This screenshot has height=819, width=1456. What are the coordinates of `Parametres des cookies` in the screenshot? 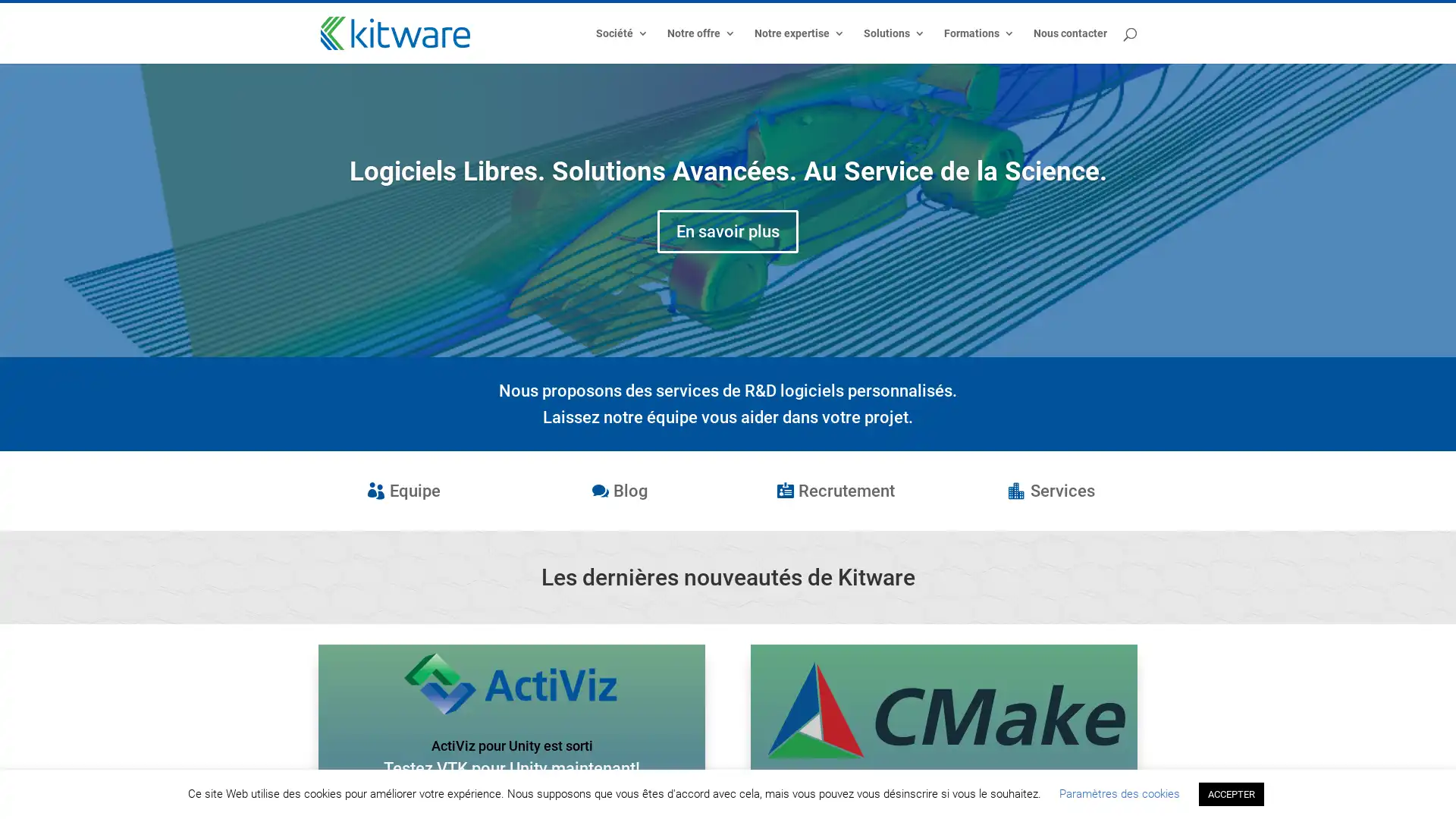 It's located at (1119, 792).